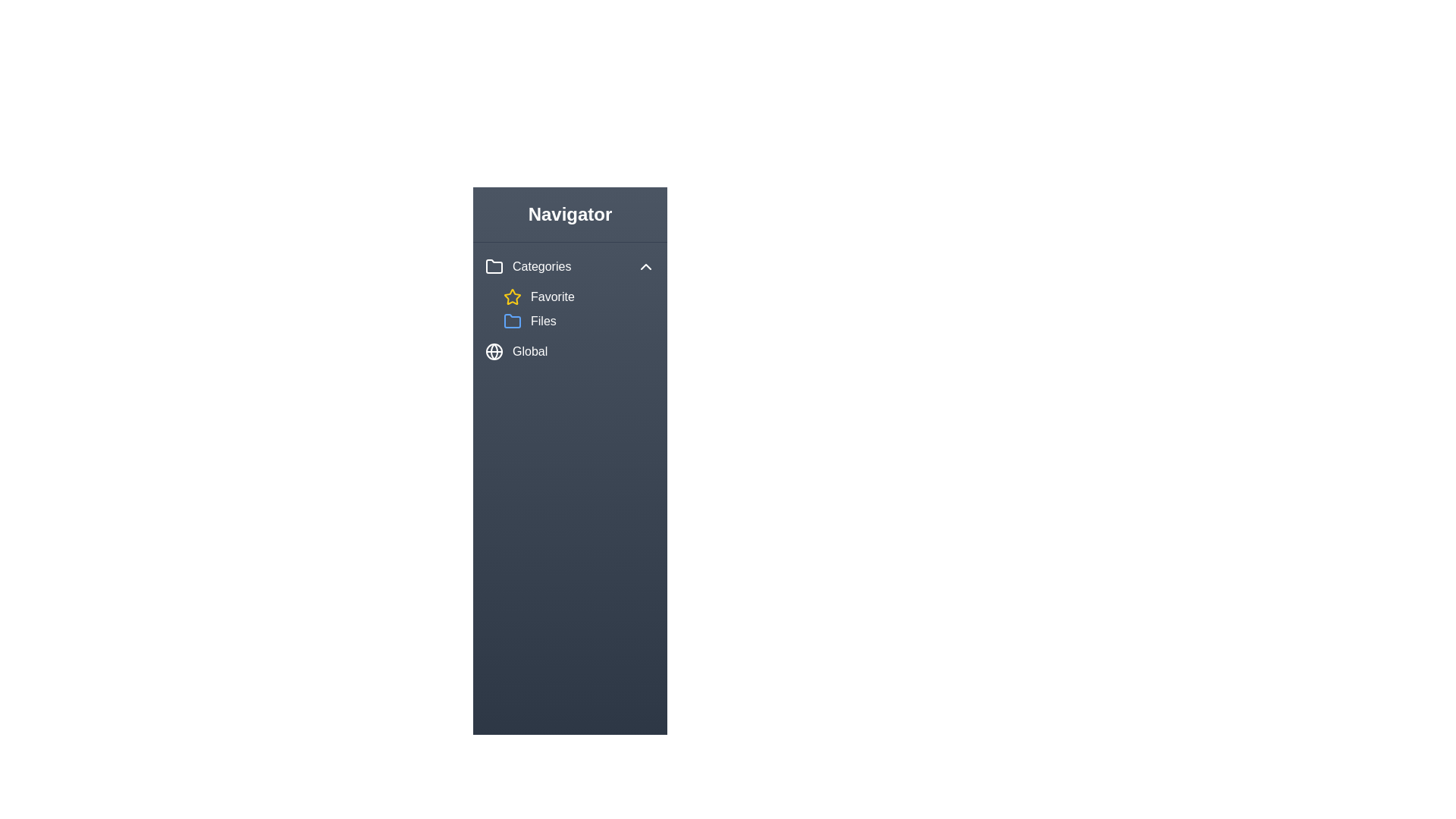 The image size is (1456, 819). I want to click on the 'Categories' header to toggle its expanded or collapsed state, so click(570, 265).